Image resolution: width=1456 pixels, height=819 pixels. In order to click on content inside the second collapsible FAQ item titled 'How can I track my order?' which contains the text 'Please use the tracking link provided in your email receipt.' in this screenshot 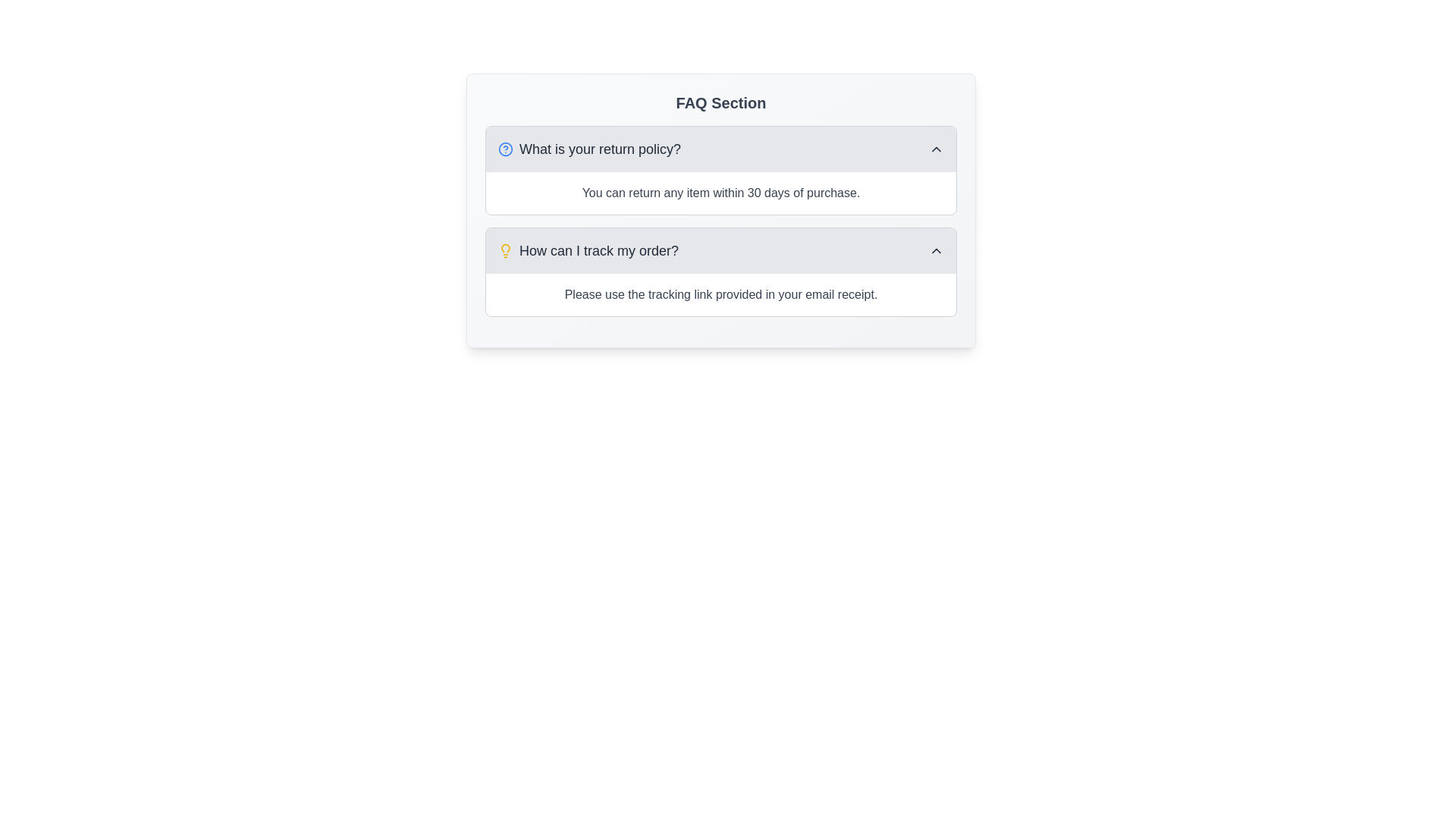, I will do `click(720, 271)`.